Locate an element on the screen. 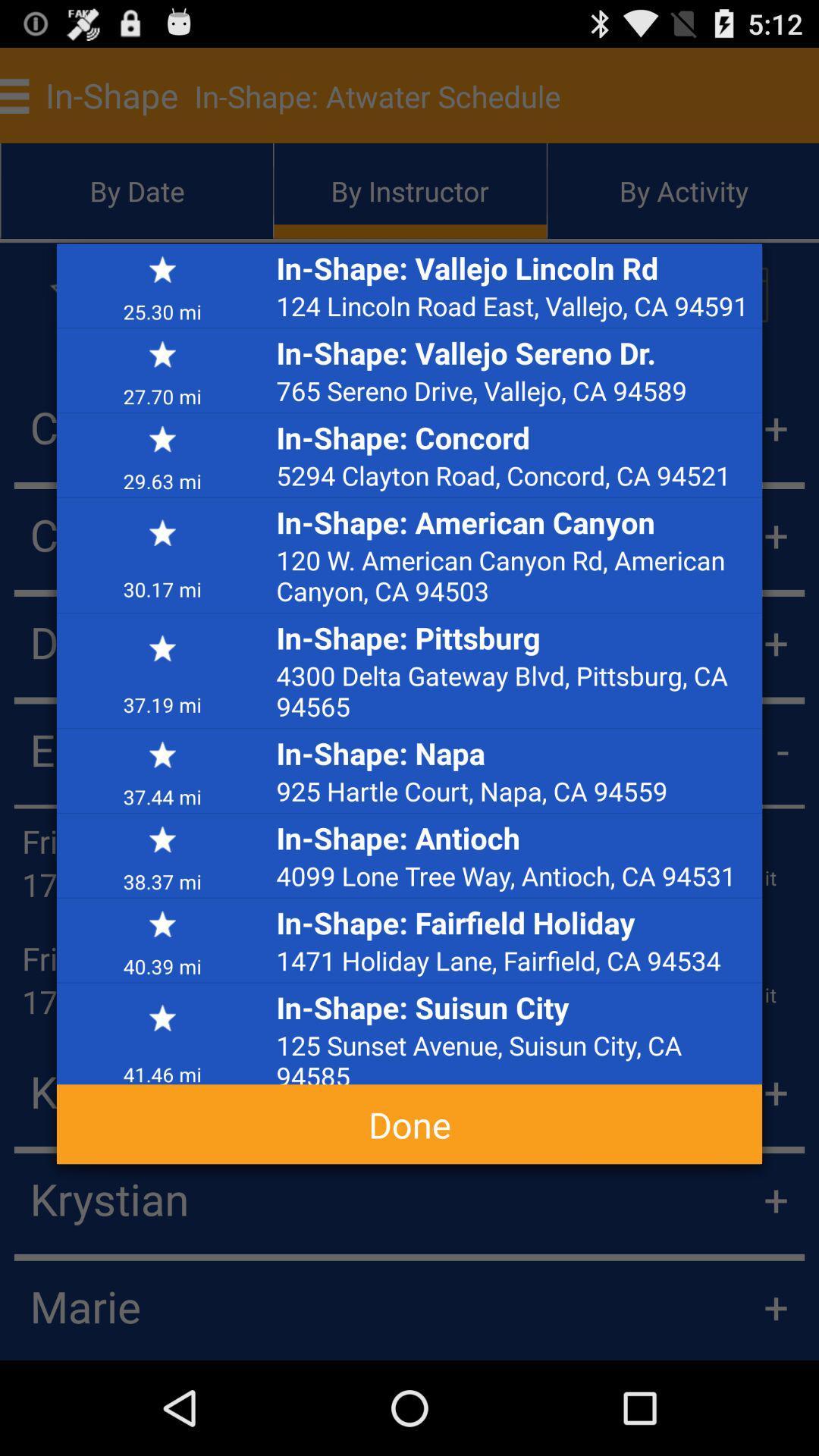 The image size is (819, 1456). 4099 lone tree app is located at coordinates (514, 876).